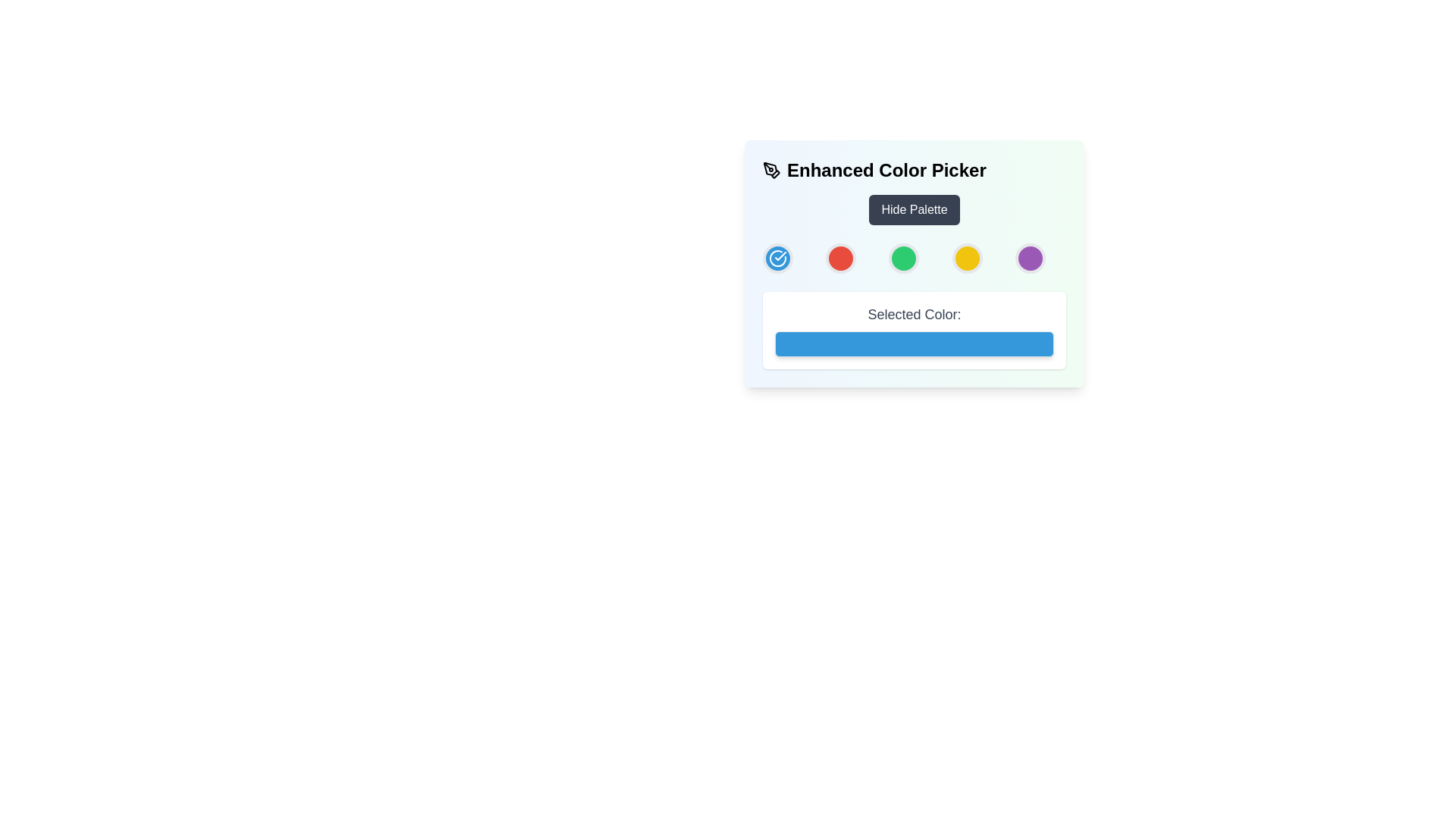  What do you see at coordinates (913, 210) in the screenshot?
I see `the 'Hide Palette' button, which is a rectangular button with rounded corners, dark gray background, and white text, located below the title 'Enhanced Color Picker'` at bounding box center [913, 210].